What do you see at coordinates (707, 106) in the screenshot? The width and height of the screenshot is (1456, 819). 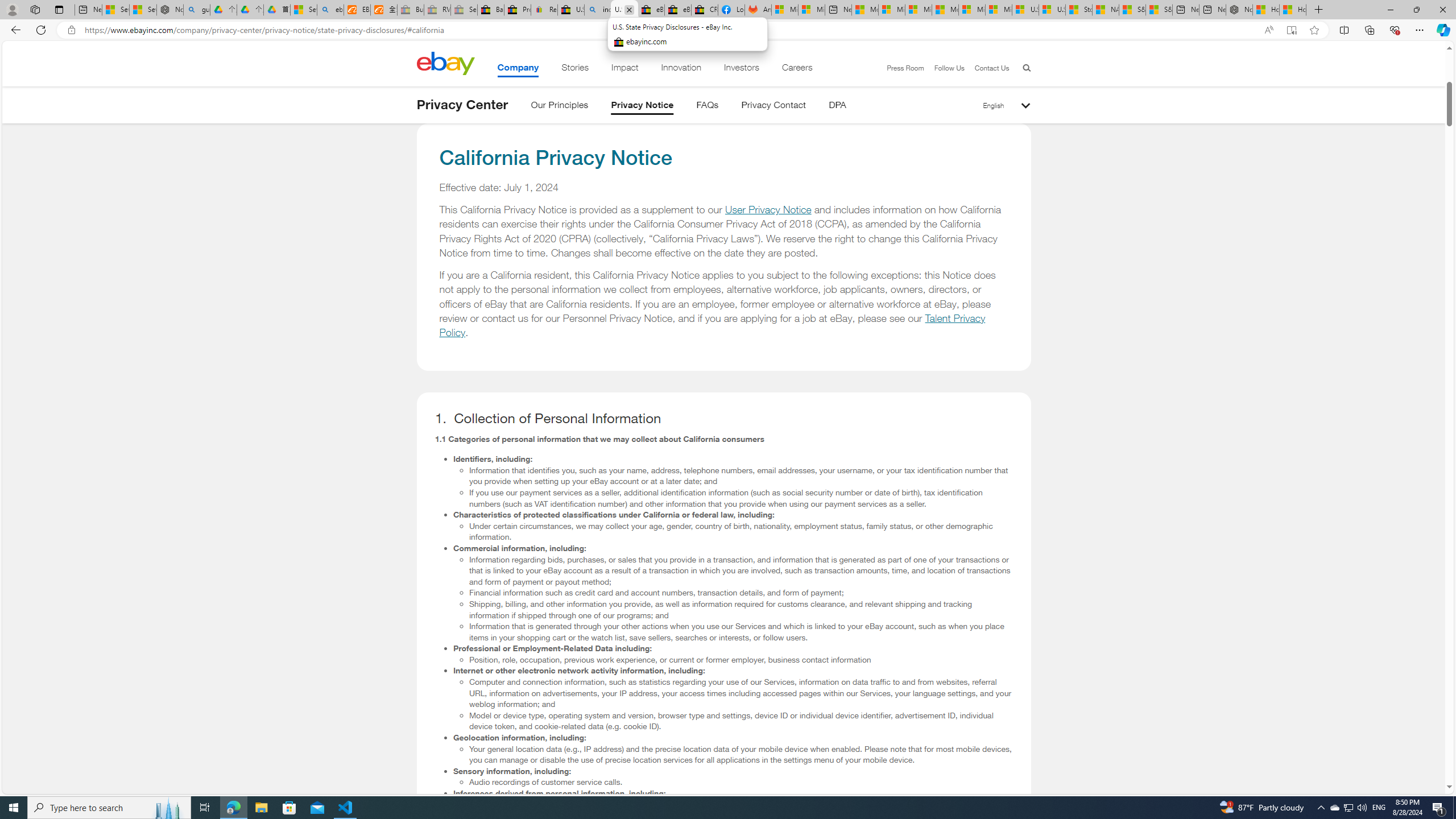 I see `'FAQs'` at bounding box center [707, 106].